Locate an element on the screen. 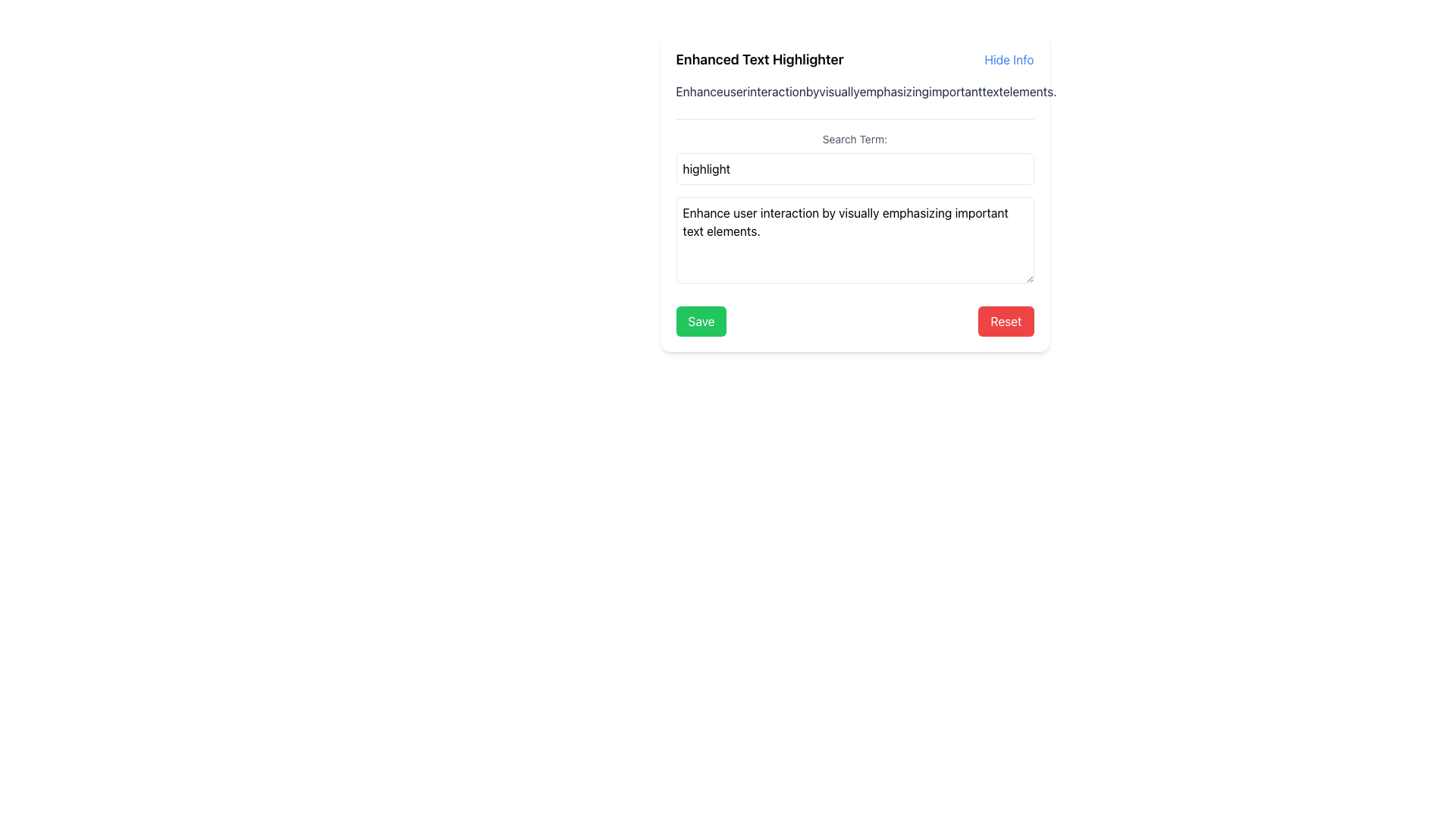  static text element displaying 'Enhanced Text Highlighter', which is bold and black-colored, located at the upper-left corner of the interface is located at coordinates (760, 58).